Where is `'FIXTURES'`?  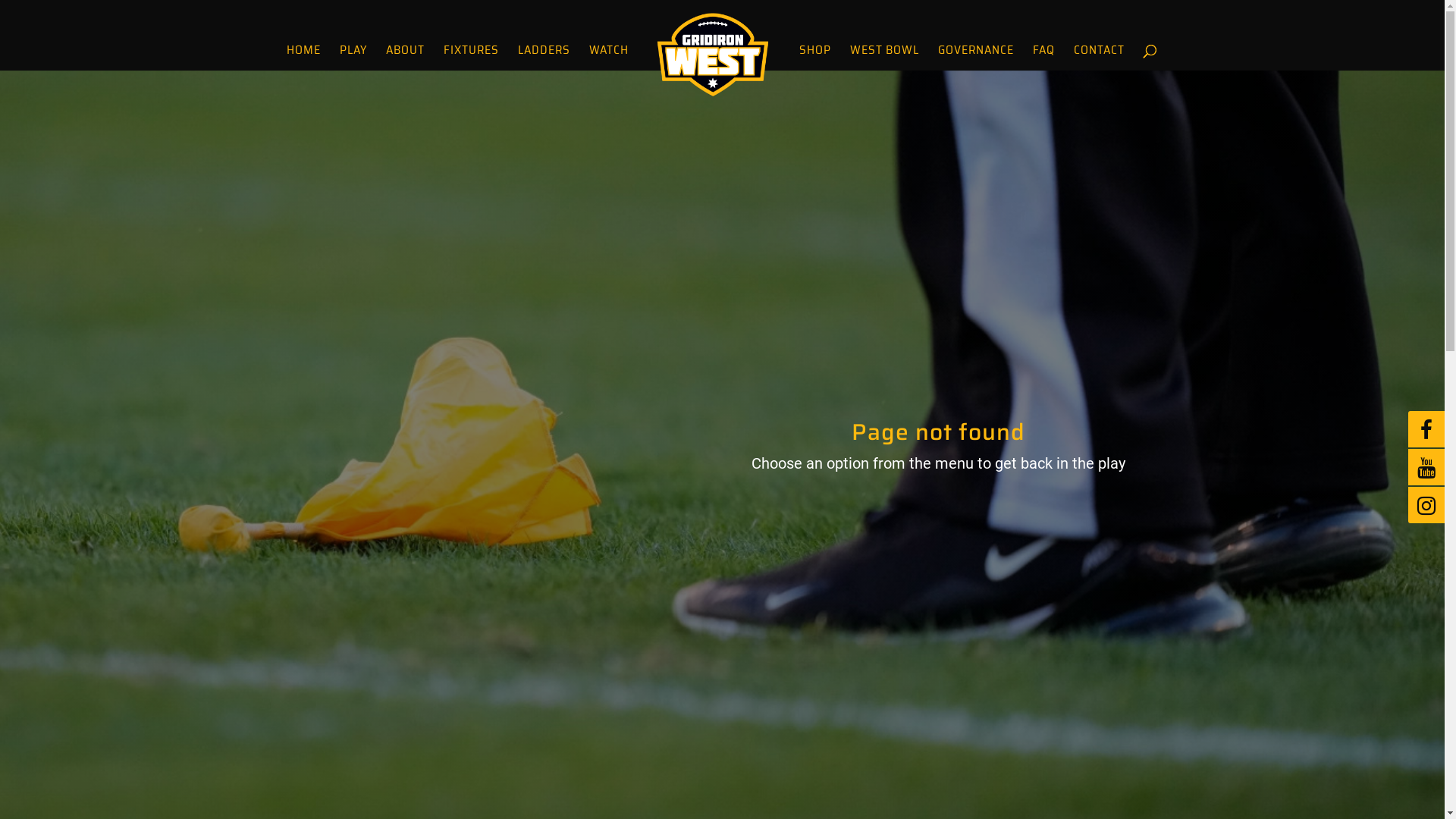 'FIXTURES' is located at coordinates (442, 57).